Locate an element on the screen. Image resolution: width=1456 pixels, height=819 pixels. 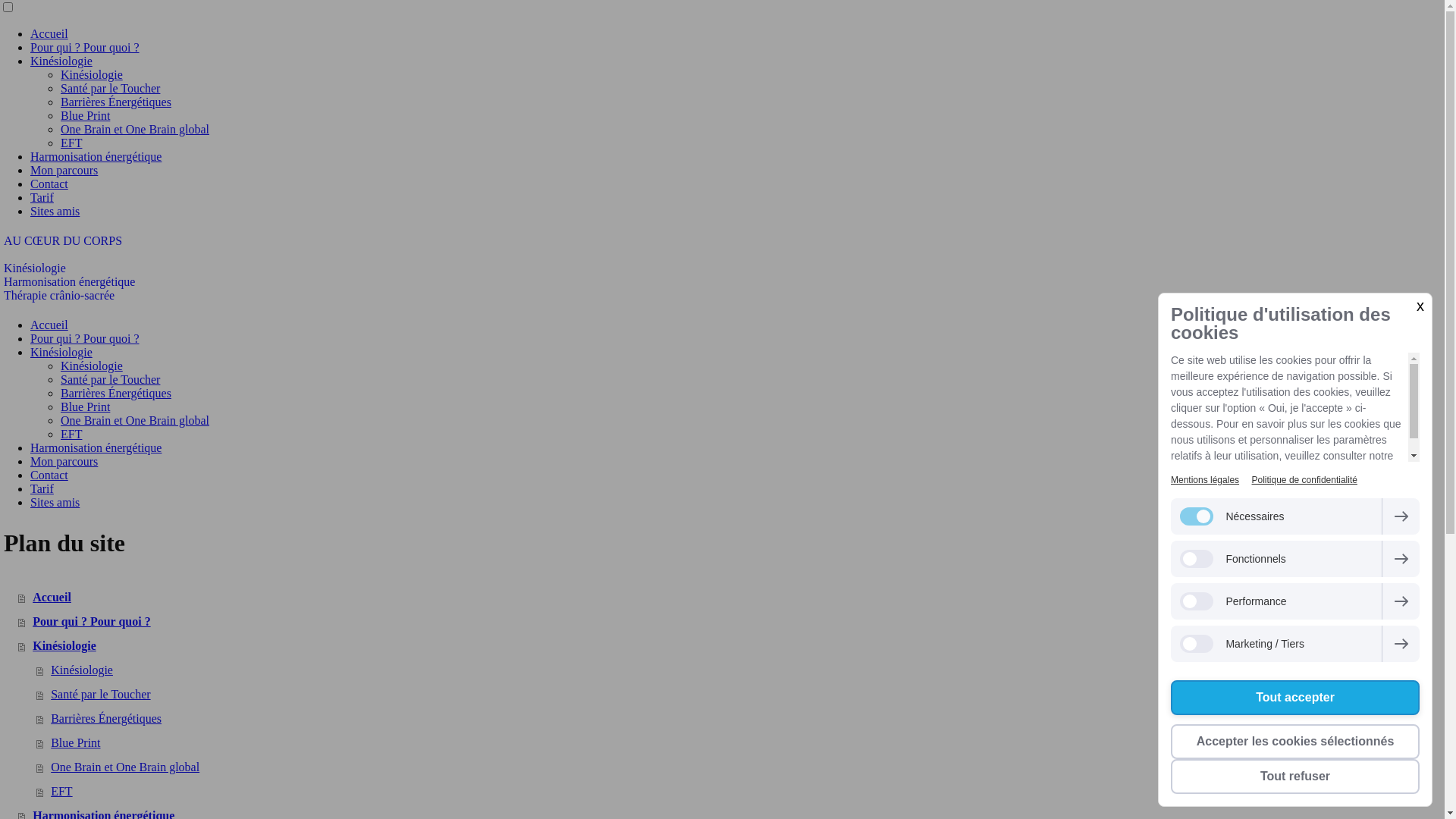
'Tarif' is located at coordinates (42, 488).